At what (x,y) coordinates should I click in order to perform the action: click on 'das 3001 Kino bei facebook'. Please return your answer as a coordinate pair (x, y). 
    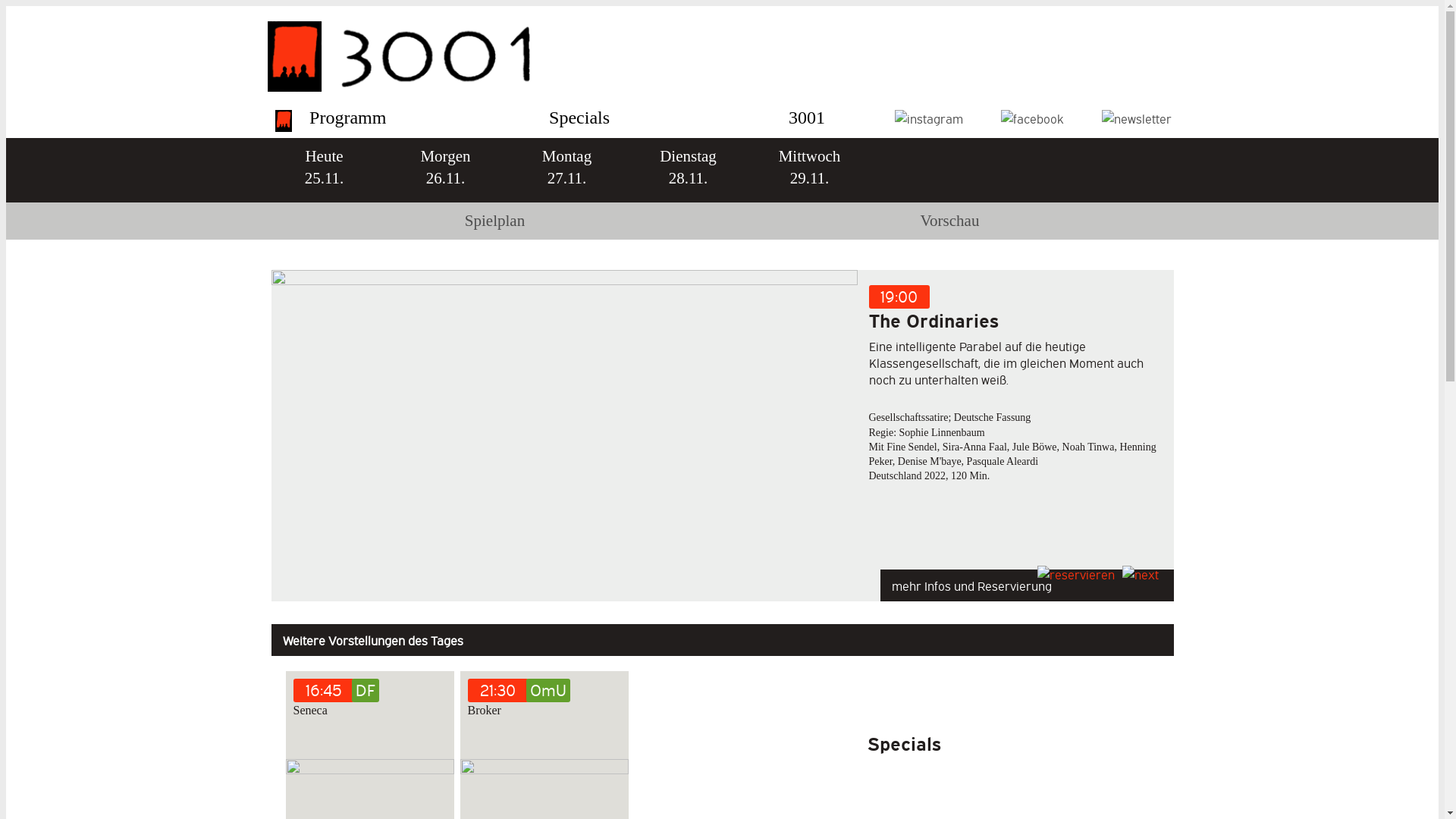
    Looking at the image, I should click on (1031, 117).